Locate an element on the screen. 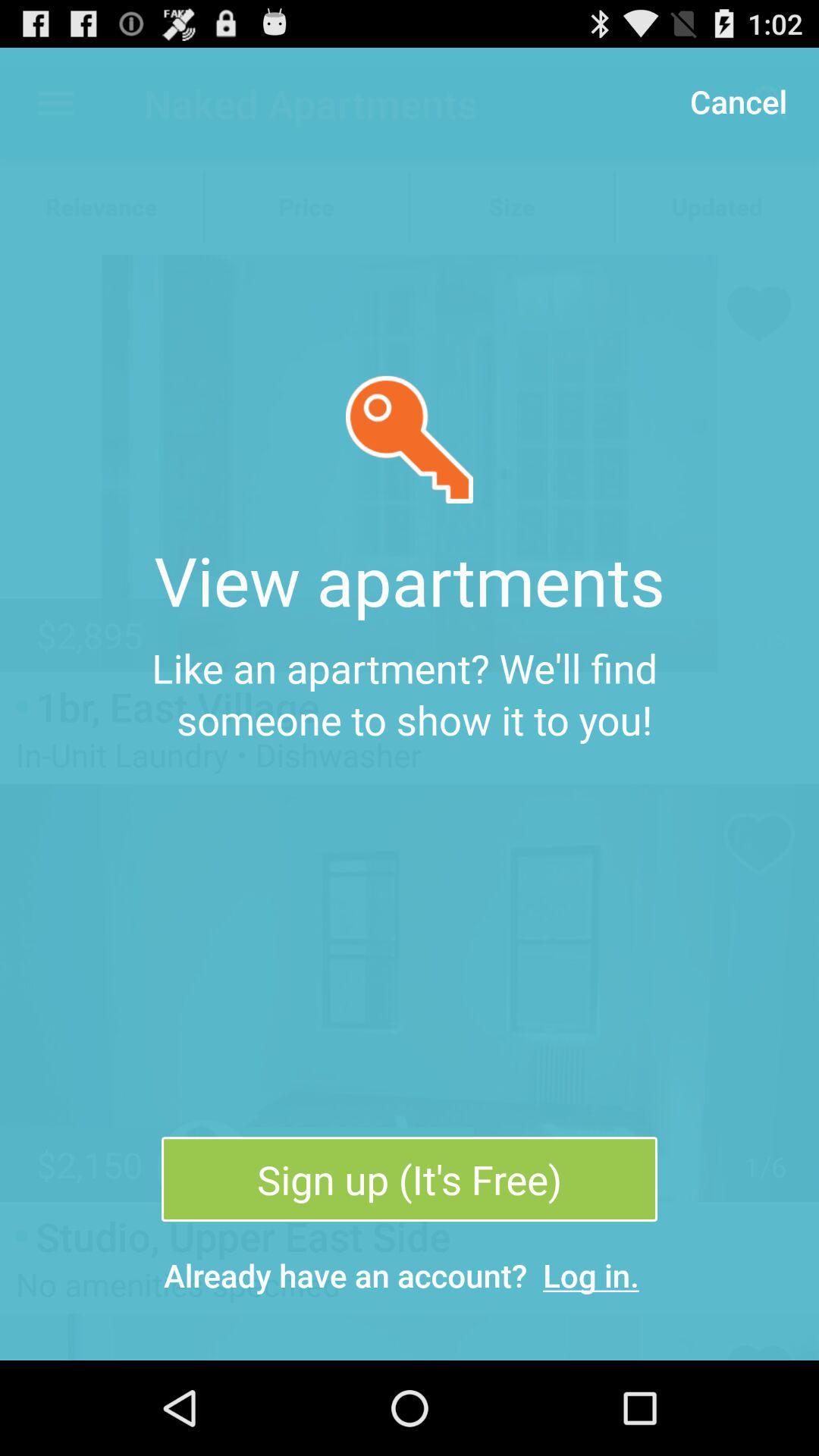  log in. item is located at coordinates (590, 1274).